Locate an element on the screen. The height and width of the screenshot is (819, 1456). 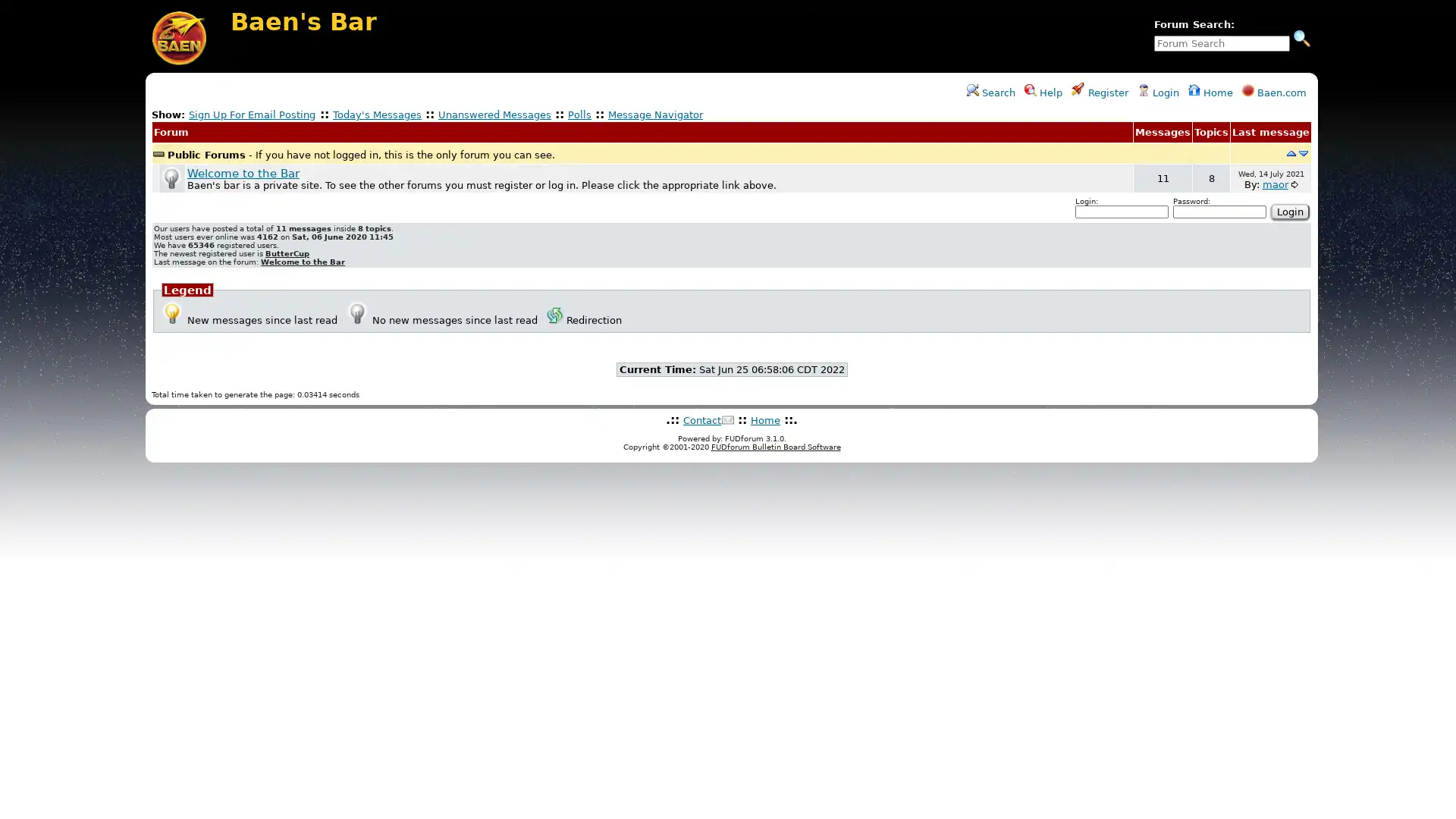
Search is located at coordinates (1301, 37).